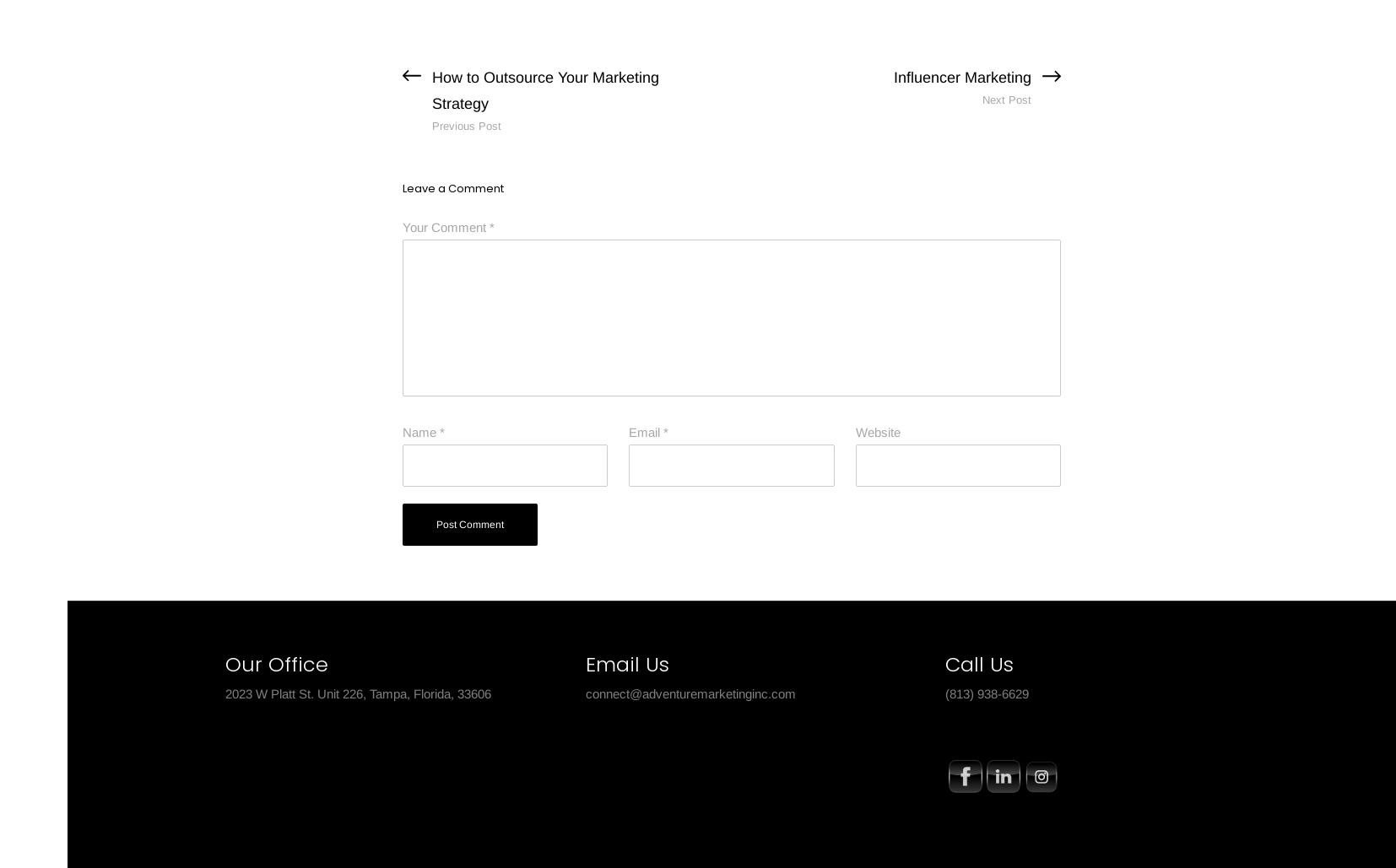 The image size is (1396, 868). Describe the element at coordinates (646, 431) in the screenshot. I see `'Email'` at that location.